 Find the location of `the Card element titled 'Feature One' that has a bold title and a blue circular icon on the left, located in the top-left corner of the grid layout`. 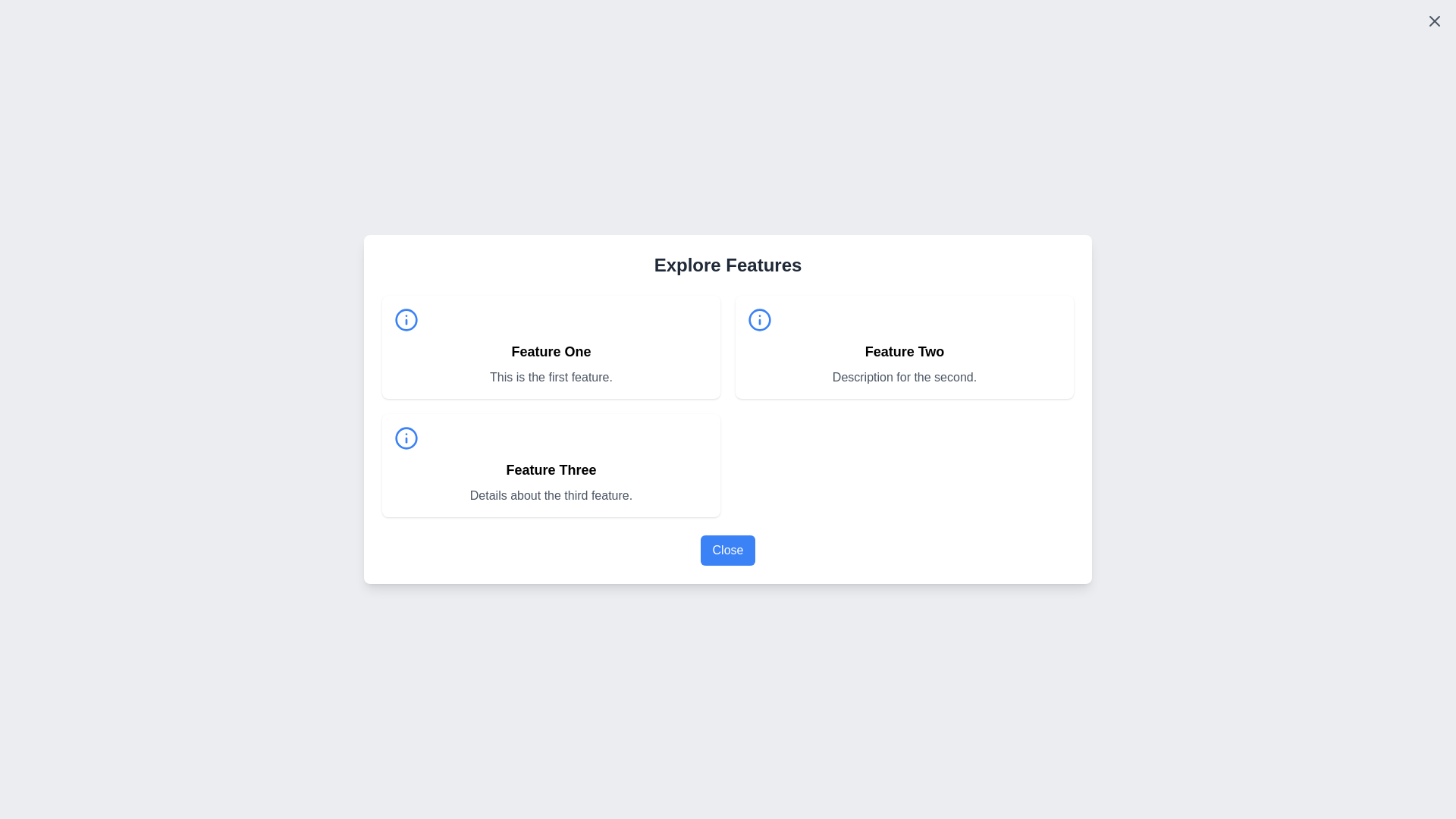

the Card element titled 'Feature One' that has a bold title and a blue circular icon on the left, located in the top-left corner of the grid layout is located at coordinates (550, 347).